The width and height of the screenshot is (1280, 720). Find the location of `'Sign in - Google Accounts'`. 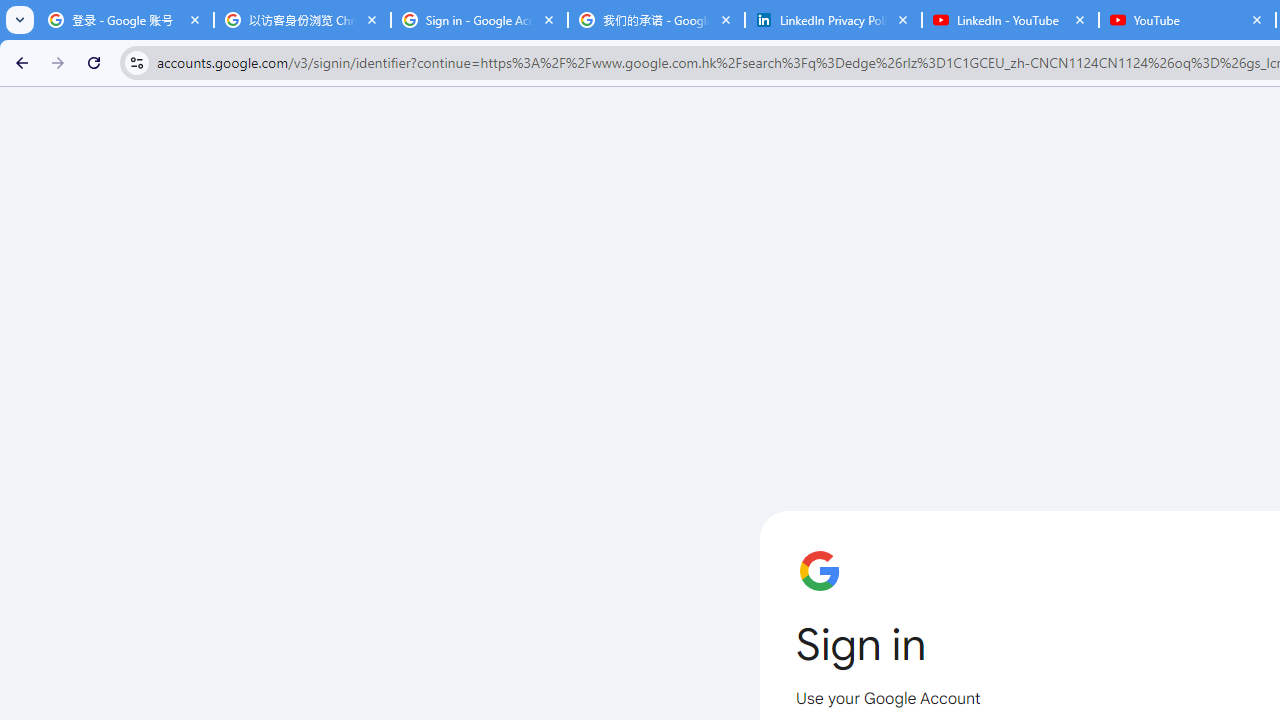

'Sign in - Google Accounts' is located at coordinates (478, 20).